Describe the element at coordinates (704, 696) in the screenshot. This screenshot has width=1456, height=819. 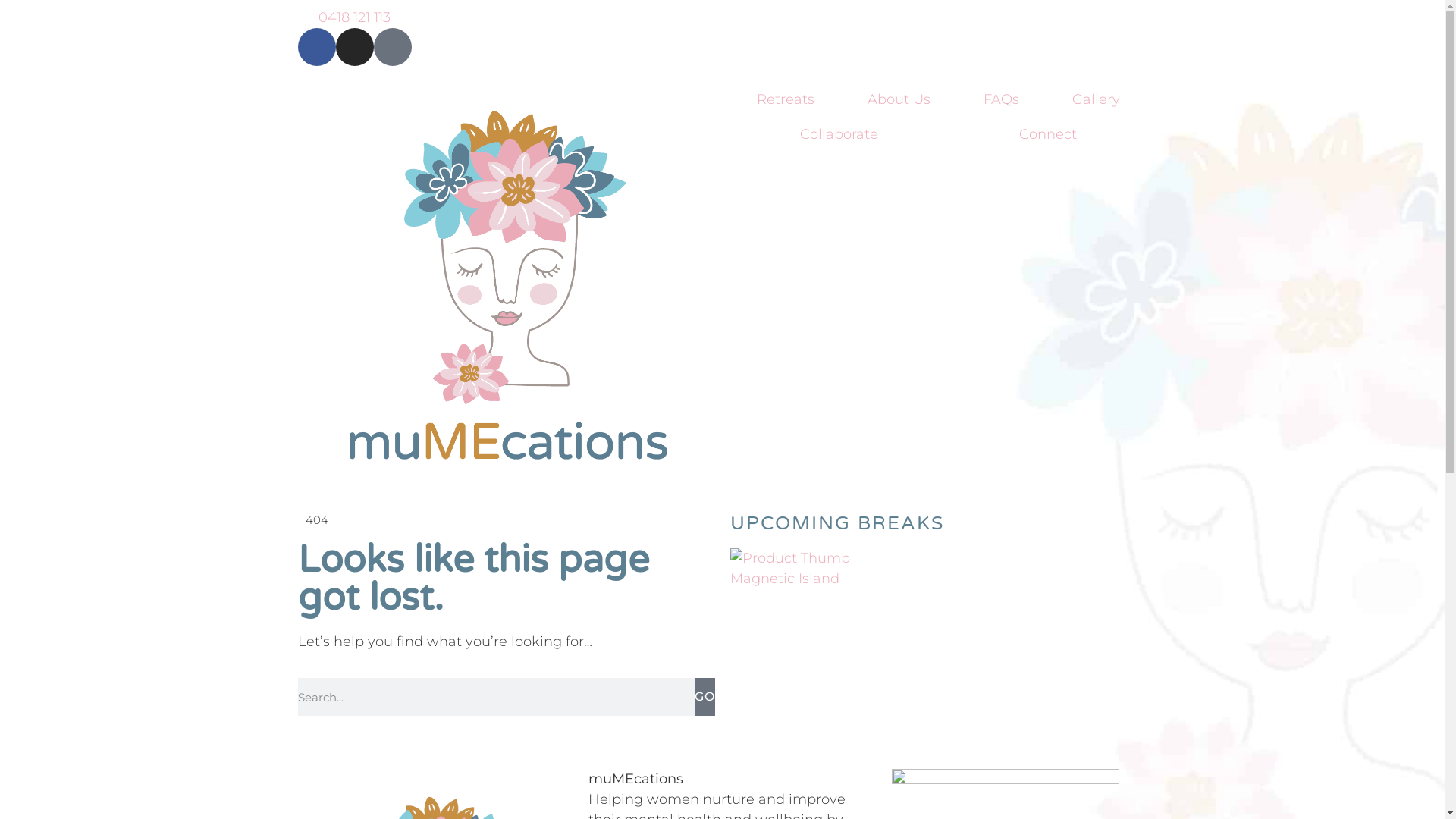
I see `'GO'` at that location.